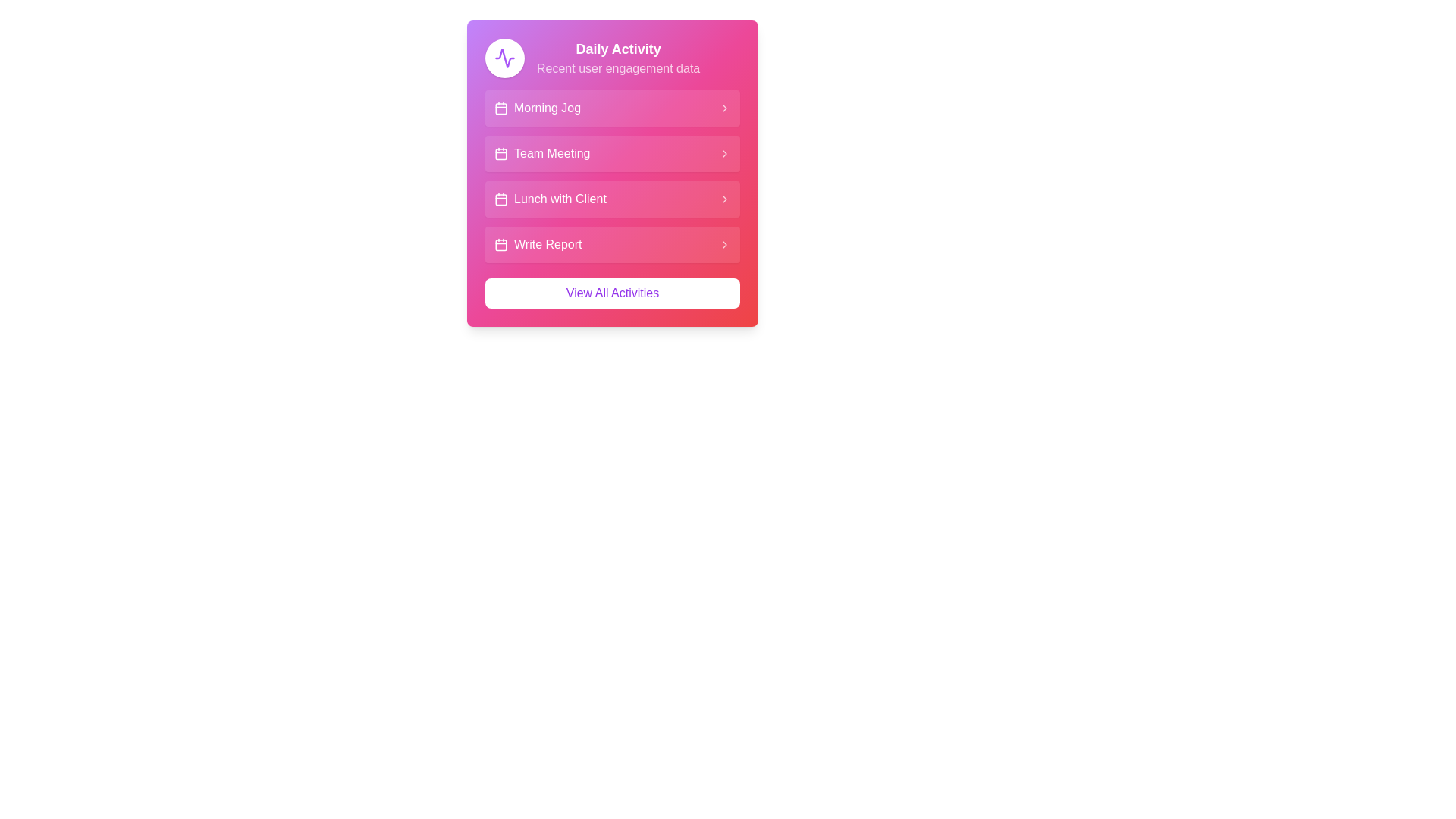 This screenshot has width=1456, height=819. Describe the element at coordinates (612, 107) in the screenshot. I see `the first row of the activity list under 'Daily Activity'` at that location.